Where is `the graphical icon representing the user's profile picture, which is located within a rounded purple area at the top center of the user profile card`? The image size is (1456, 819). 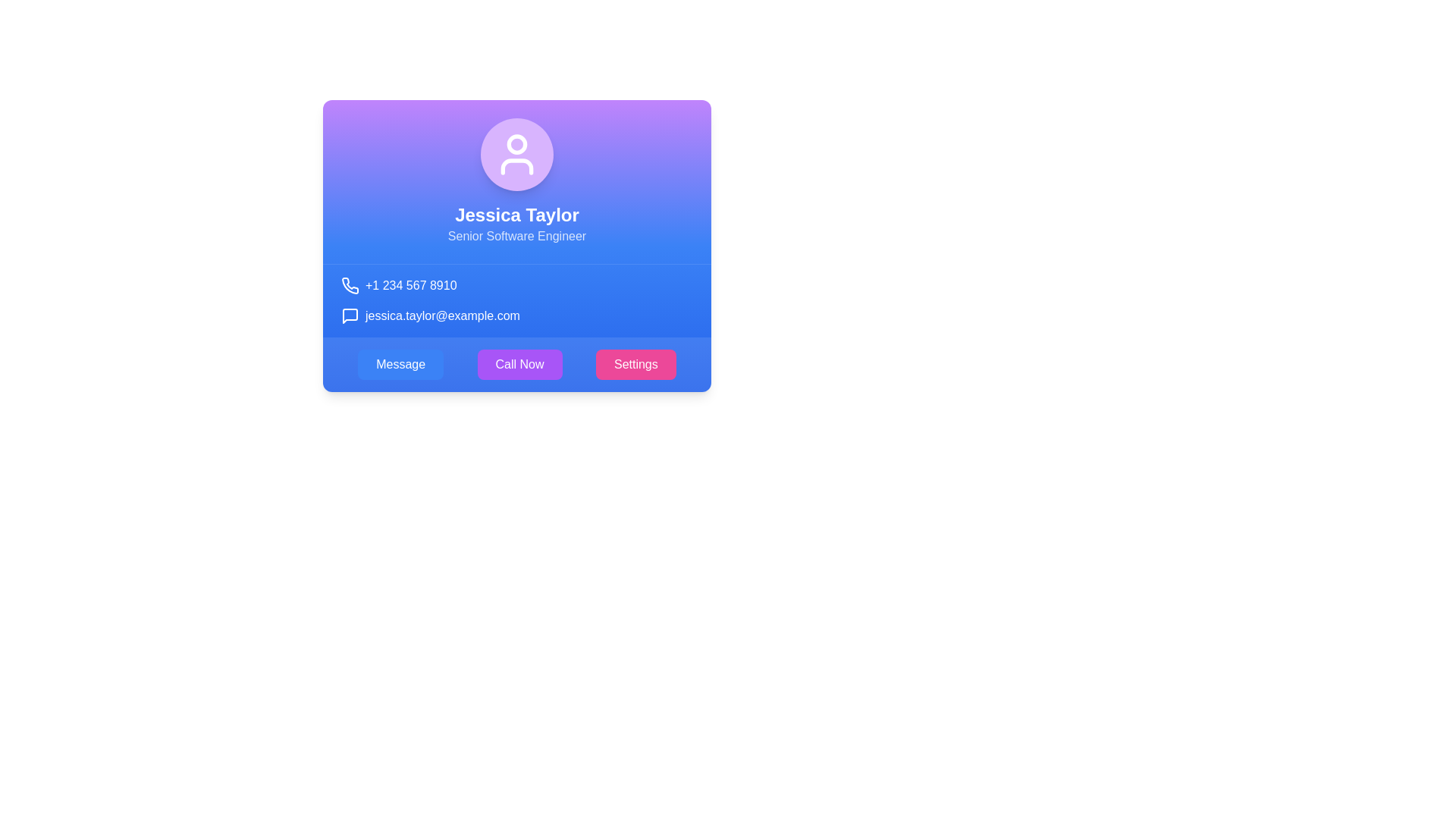 the graphical icon representing the user's profile picture, which is located within a rounded purple area at the top center of the user profile card is located at coordinates (516, 143).